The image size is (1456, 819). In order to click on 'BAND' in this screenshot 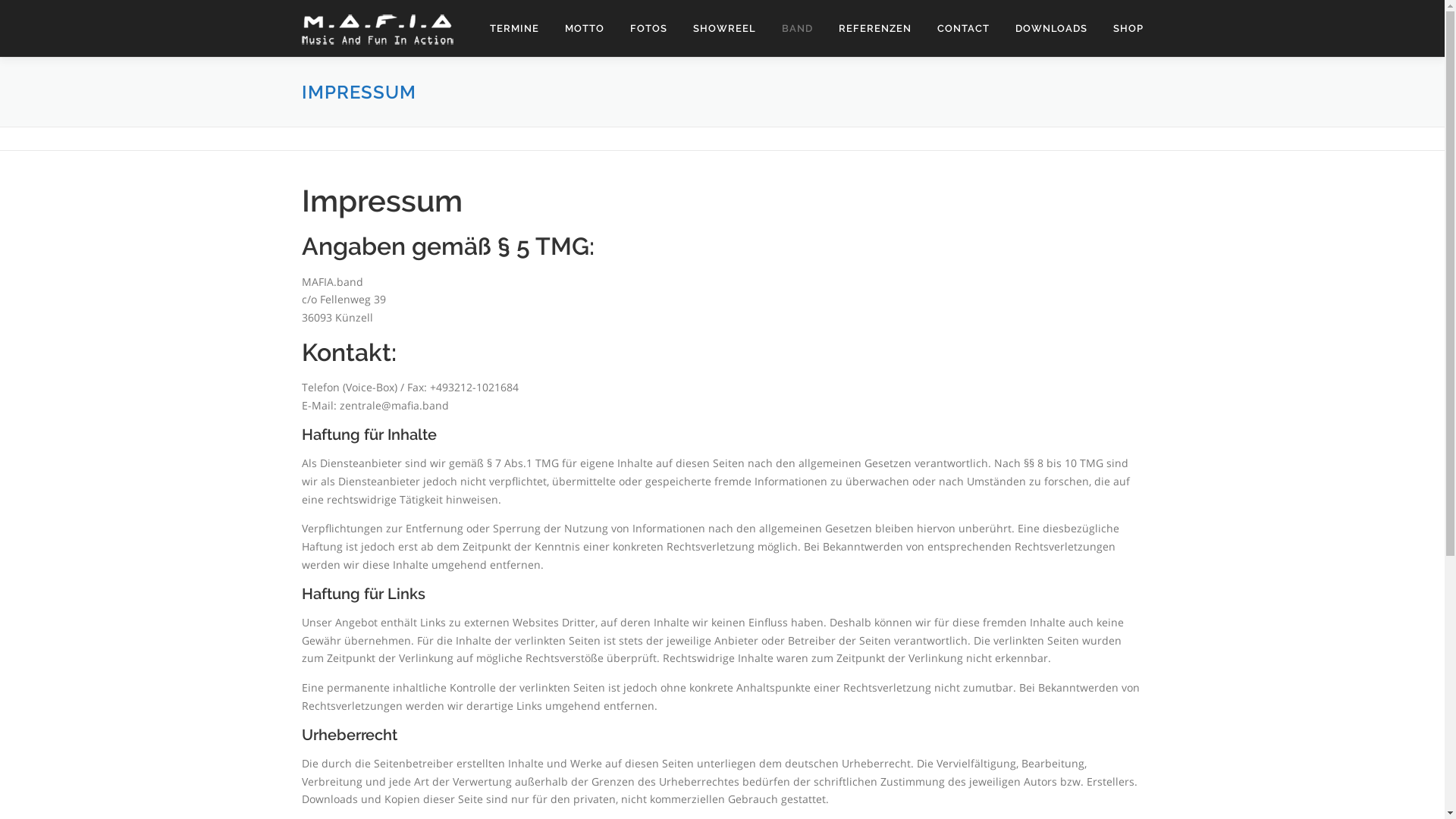, I will do `click(796, 28)`.